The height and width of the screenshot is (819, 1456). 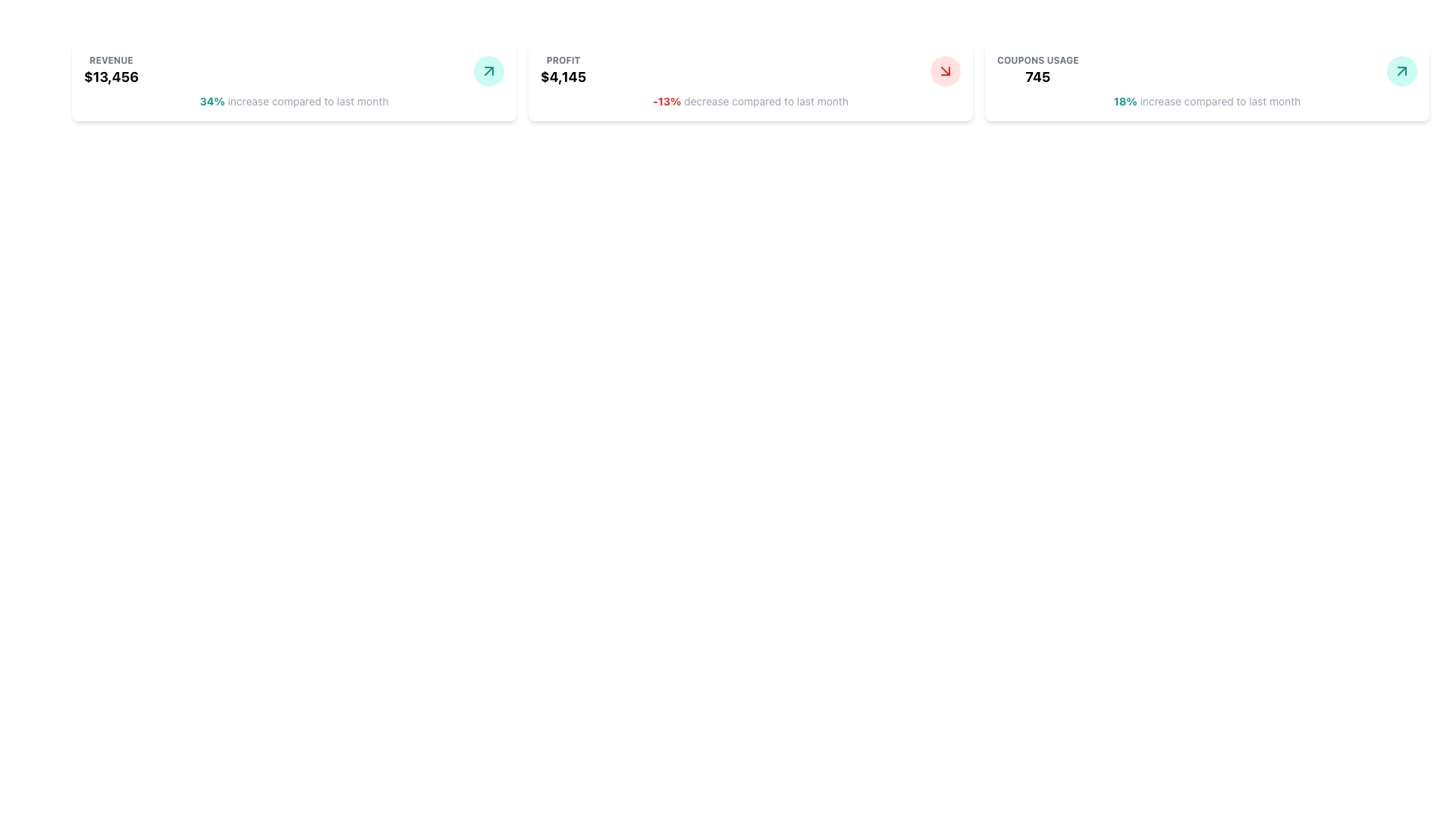 What do you see at coordinates (563, 71) in the screenshot?
I see `the profit amount text display element, which shows a value of $4,145 and is located in the second information card near the upper section of the layout` at bounding box center [563, 71].